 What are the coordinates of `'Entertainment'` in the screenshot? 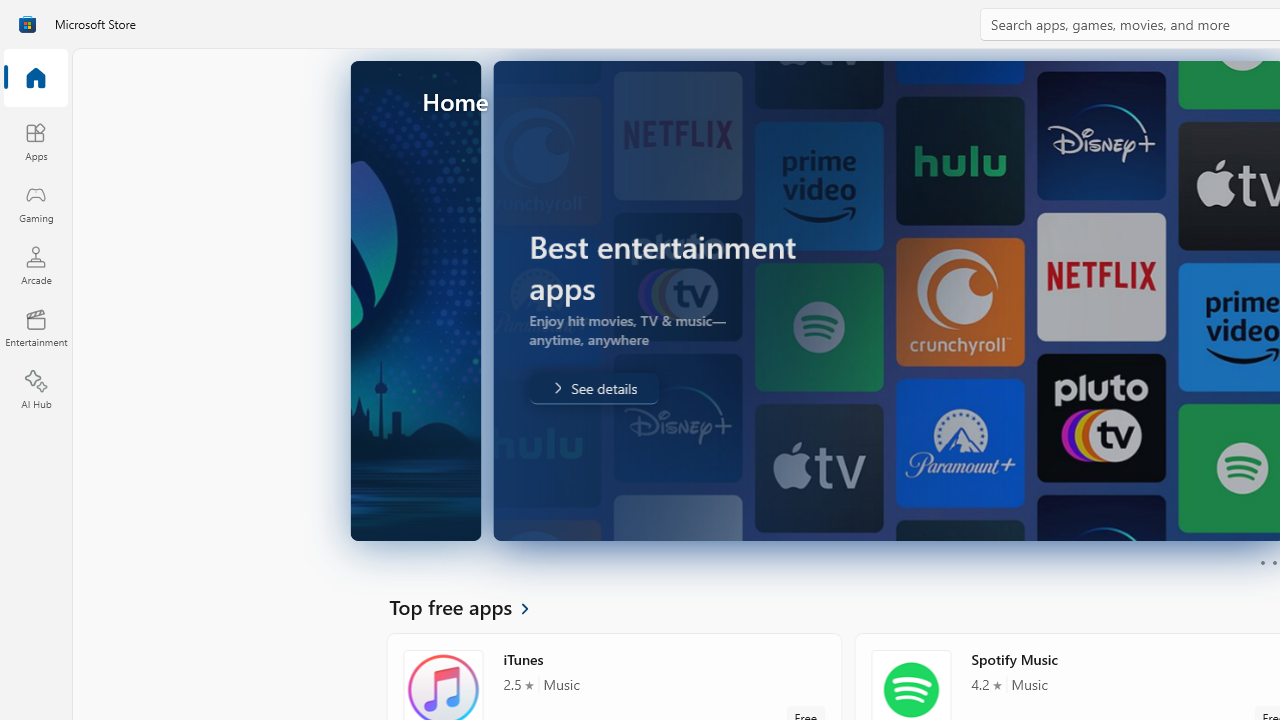 It's located at (35, 326).